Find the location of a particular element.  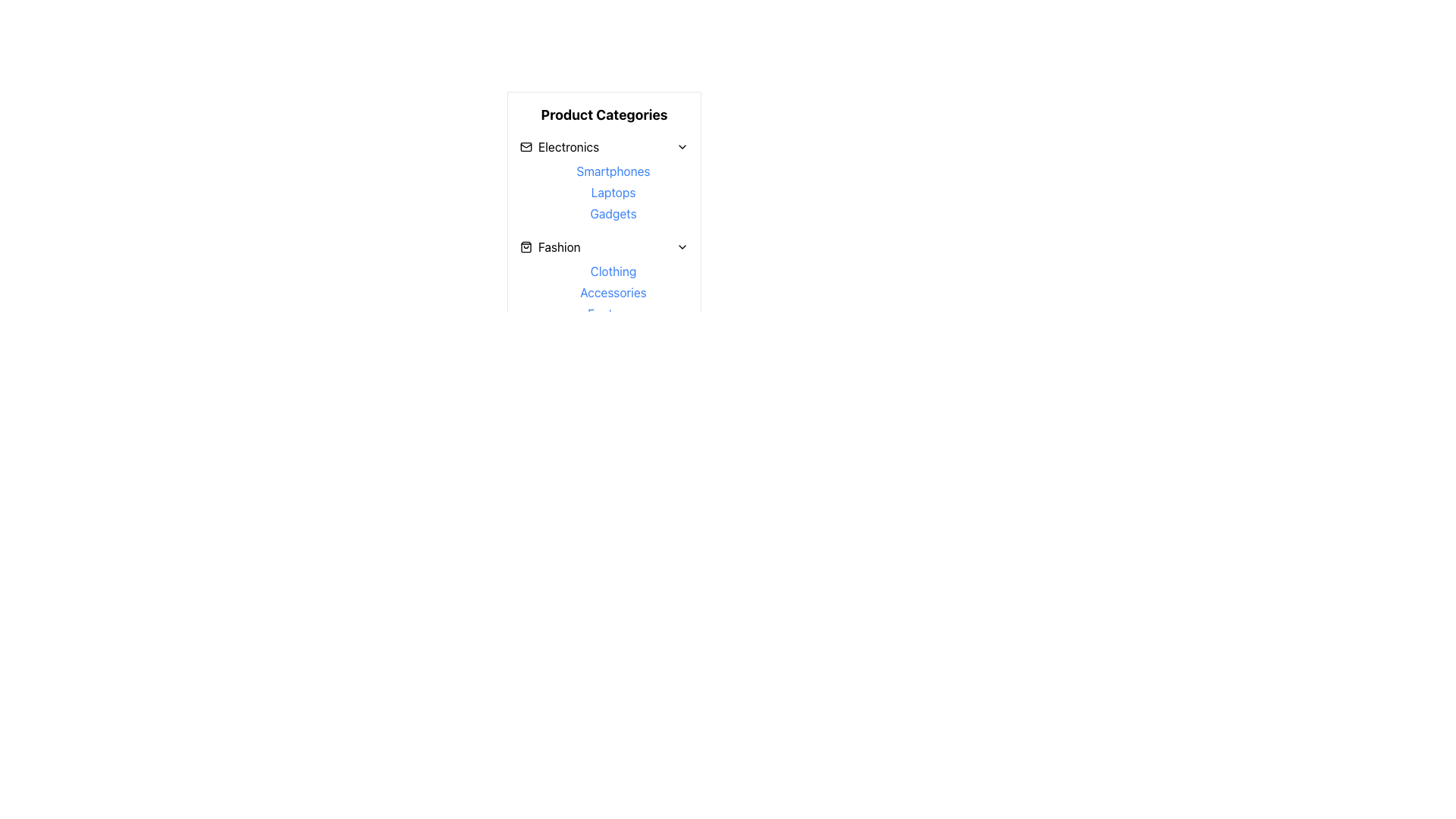

the SVG Rectangle that represents the mail icon for the 'Electronics' category, located next to the text label 'Electronics' in the sidebar is located at coordinates (526, 146).